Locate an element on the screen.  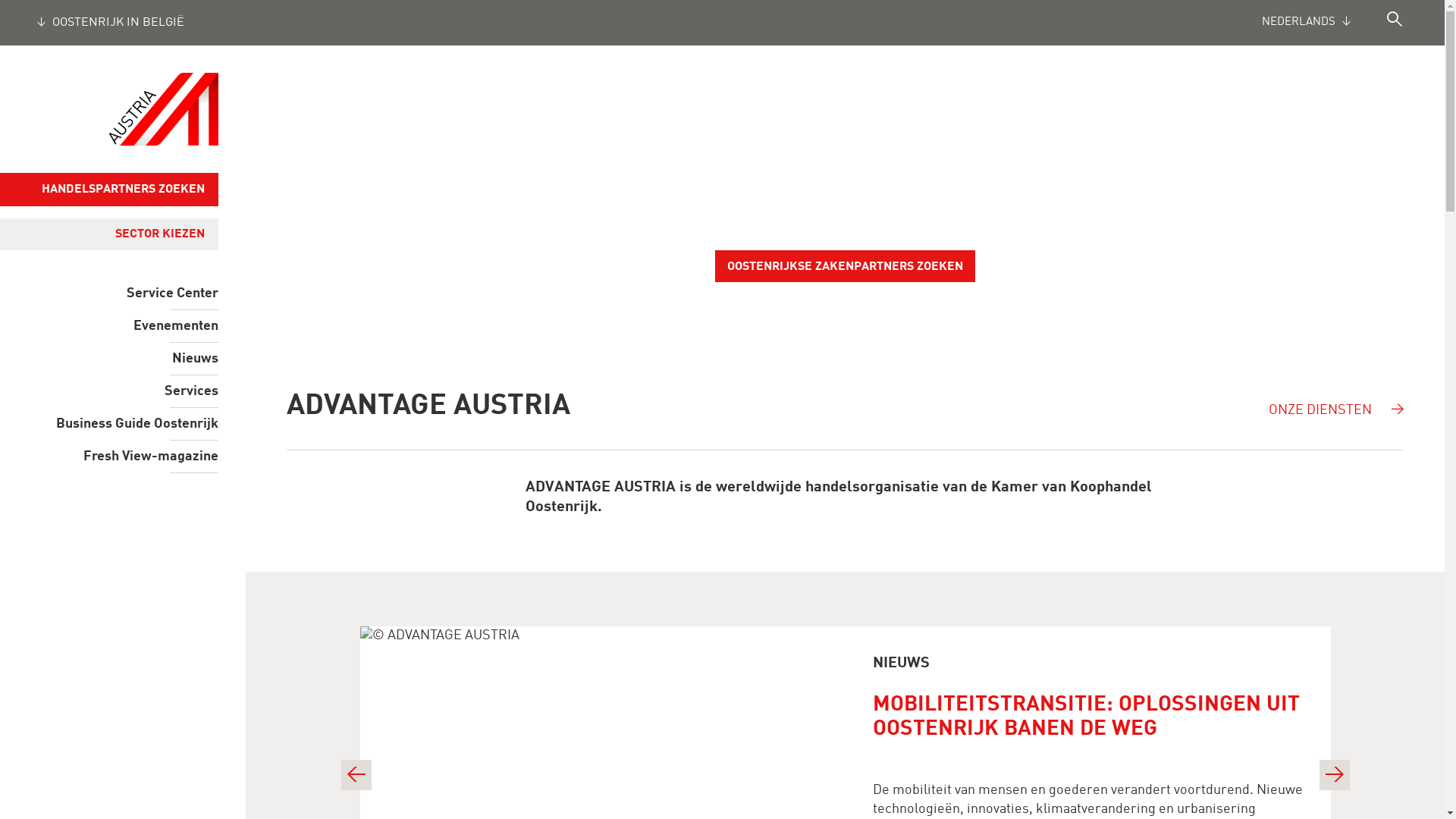
'HANDELSPARTNERS ZOEKEN' is located at coordinates (108, 189).